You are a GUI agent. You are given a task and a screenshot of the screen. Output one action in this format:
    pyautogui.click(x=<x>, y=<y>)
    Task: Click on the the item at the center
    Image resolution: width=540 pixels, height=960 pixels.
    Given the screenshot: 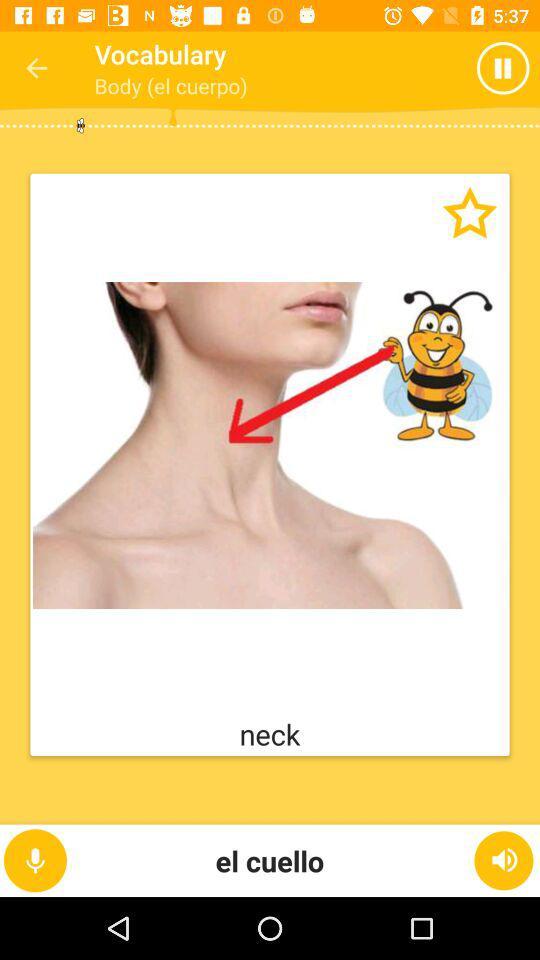 What is the action you would take?
    pyautogui.click(x=270, y=445)
    